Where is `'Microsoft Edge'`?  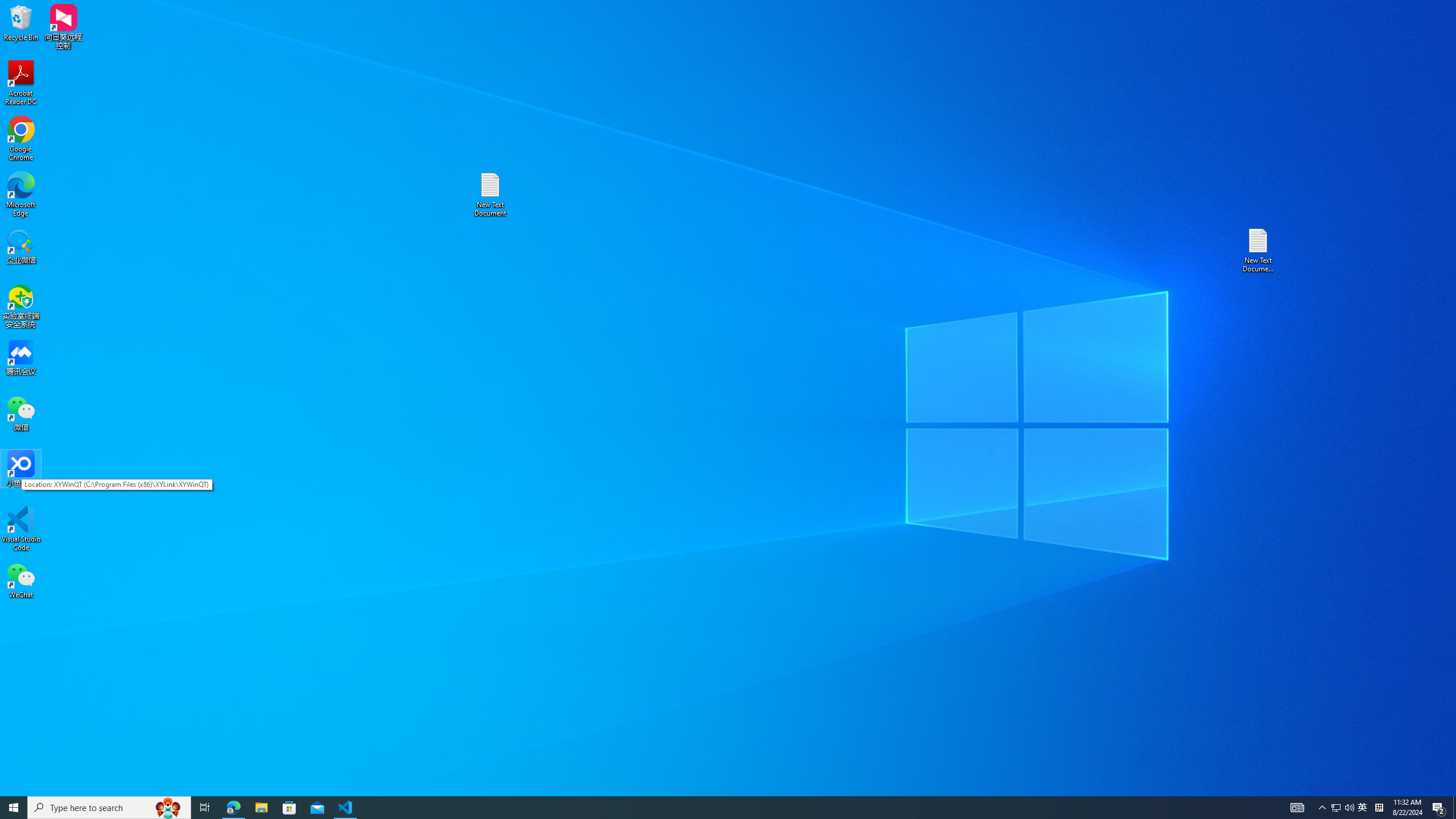
'Microsoft Edge' is located at coordinates (20, 194).